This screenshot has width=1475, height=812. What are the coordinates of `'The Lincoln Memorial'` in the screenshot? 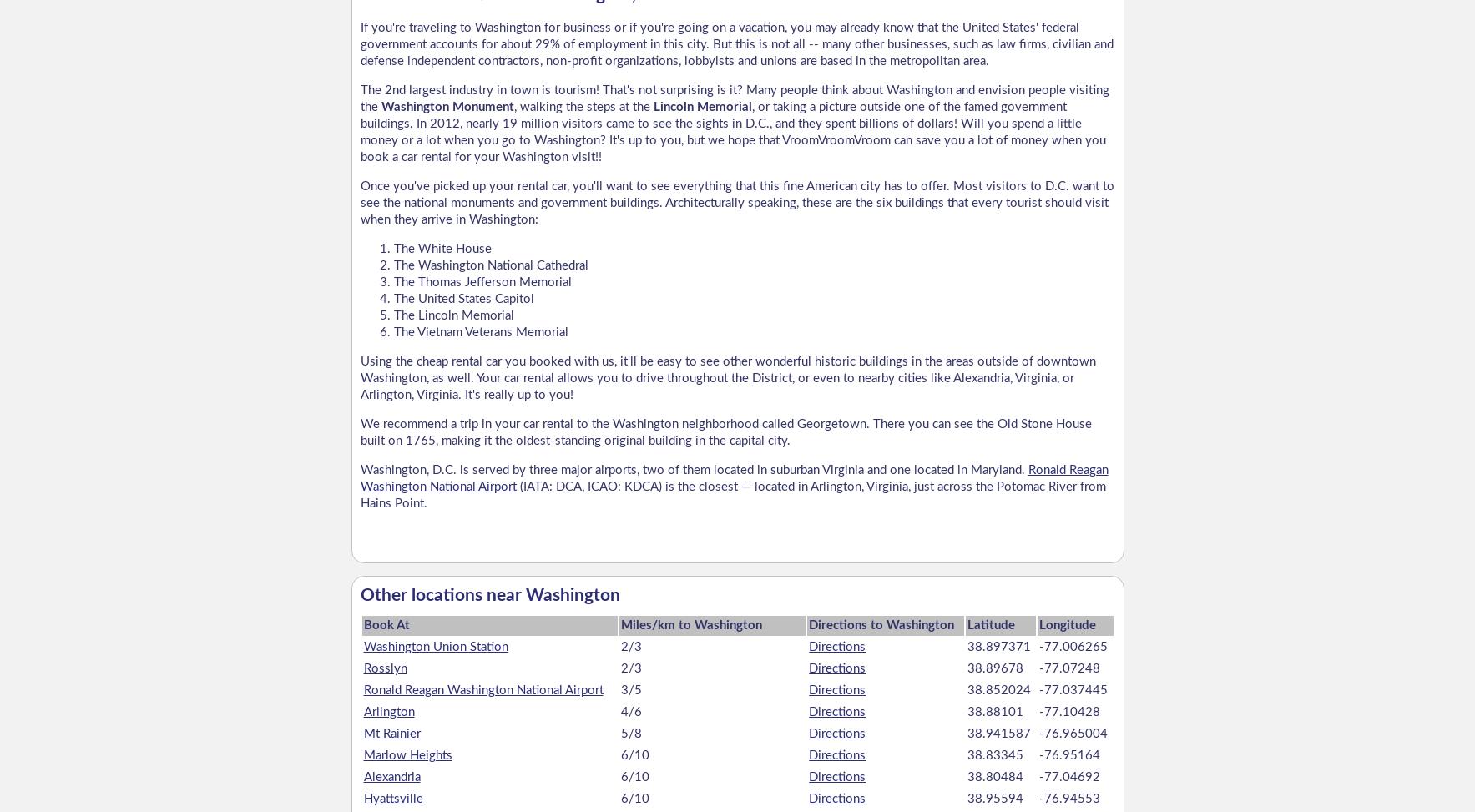 It's located at (452, 314).